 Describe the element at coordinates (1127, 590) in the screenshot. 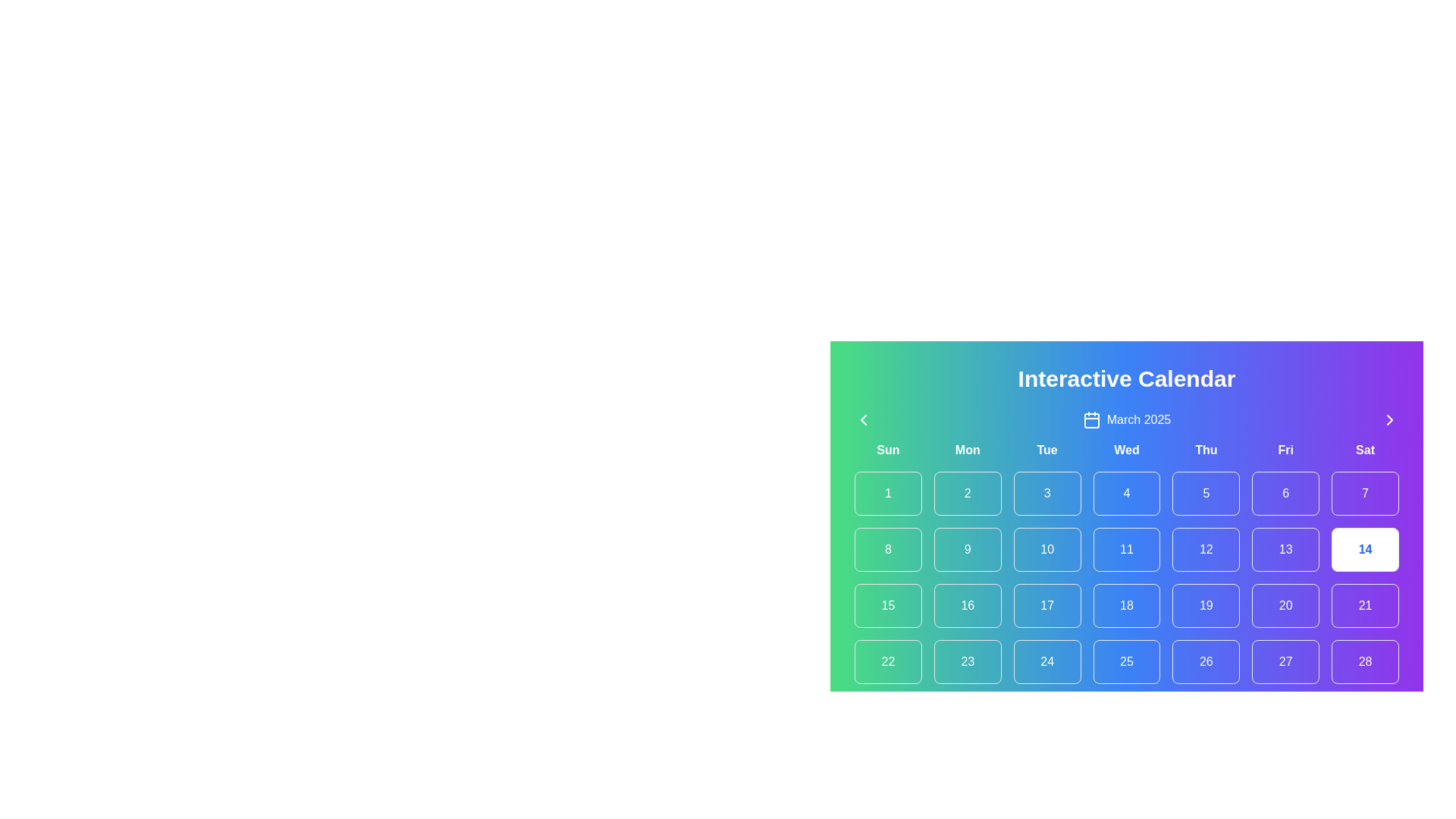

I see `the calendar date cell for the date 18 (Wednesday) in the interactive calendar for March 2025, located in the fourth row and third column` at that location.